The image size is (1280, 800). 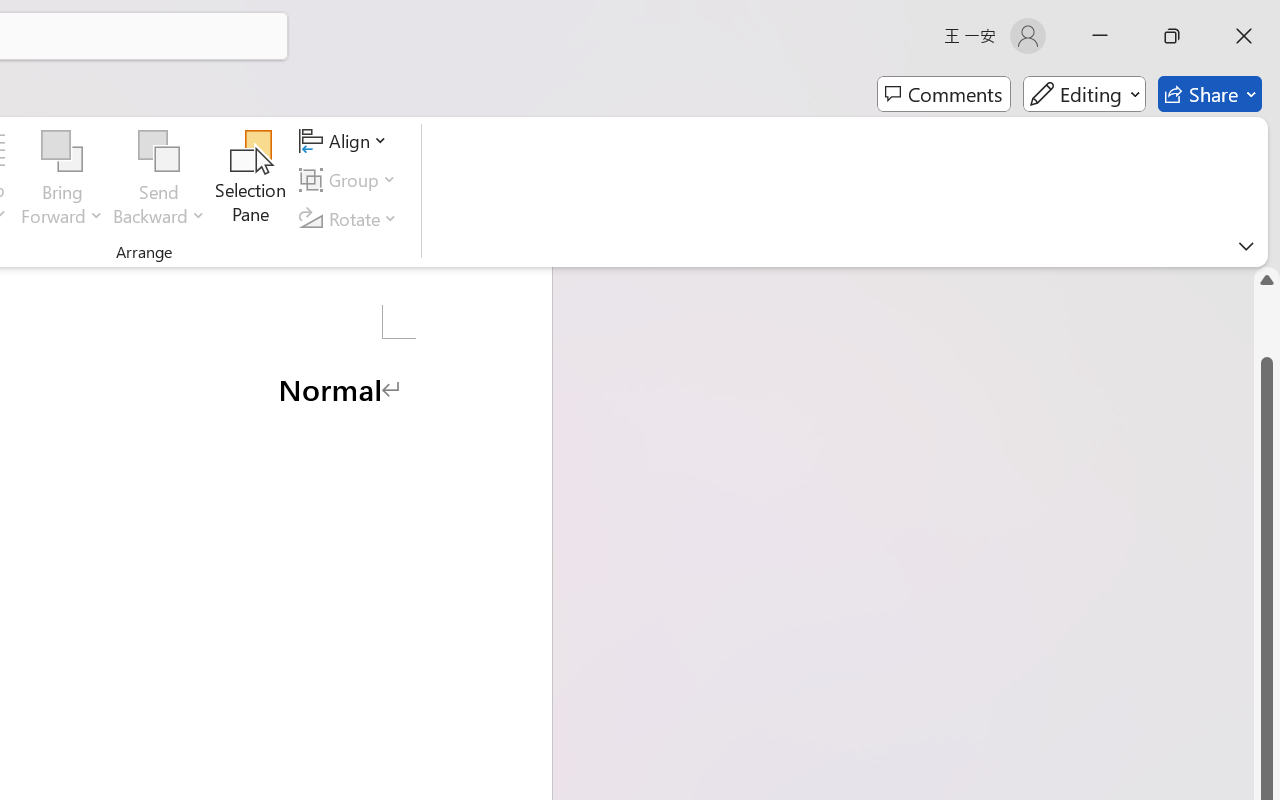 I want to click on 'Selection Pane...', so click(x=250, y=179).